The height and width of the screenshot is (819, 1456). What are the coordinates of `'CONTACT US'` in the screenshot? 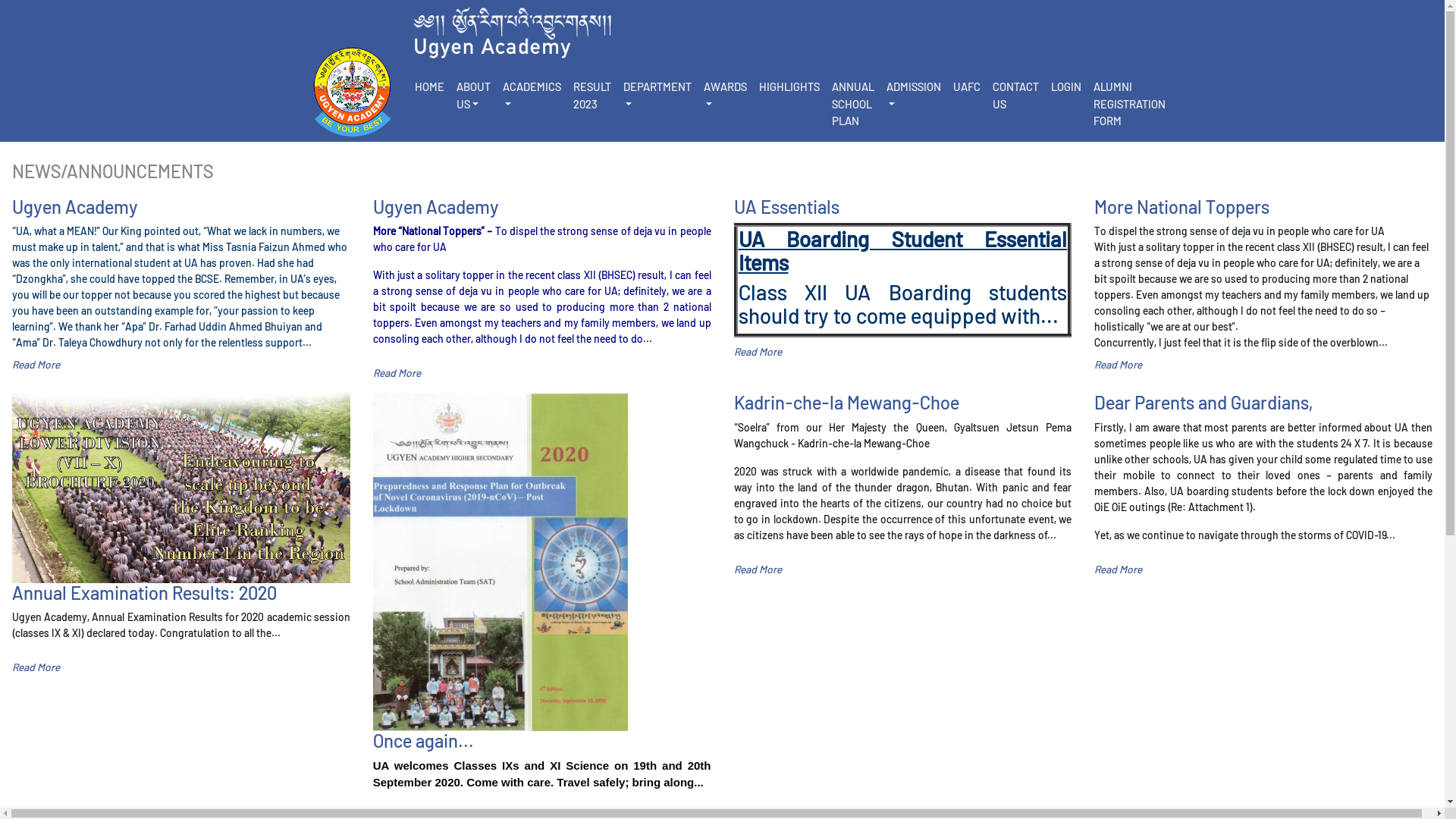 It's located at (1015, 95).